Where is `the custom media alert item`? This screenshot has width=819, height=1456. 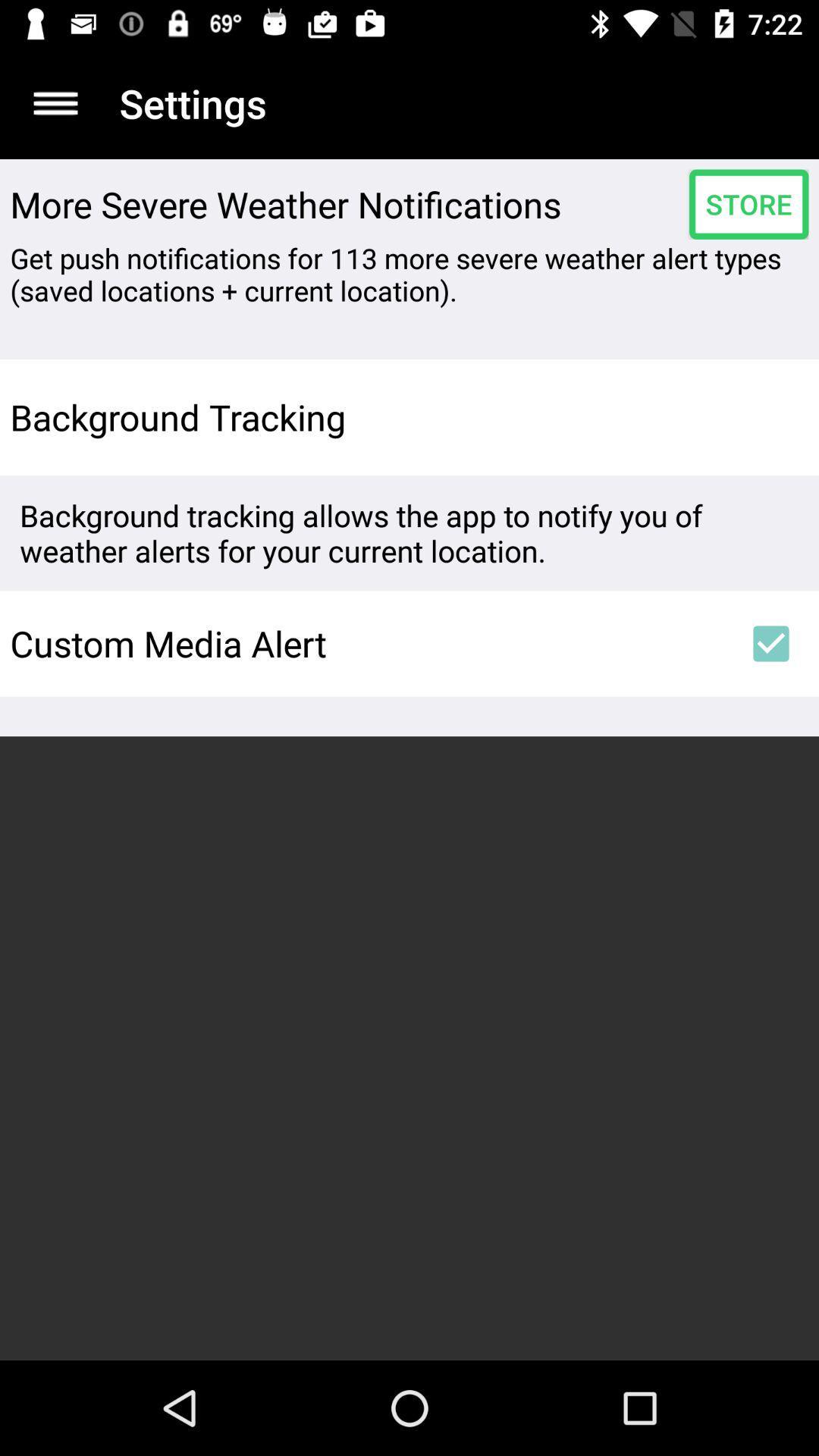 the custom media alert item is located at coordinates (366, 643).